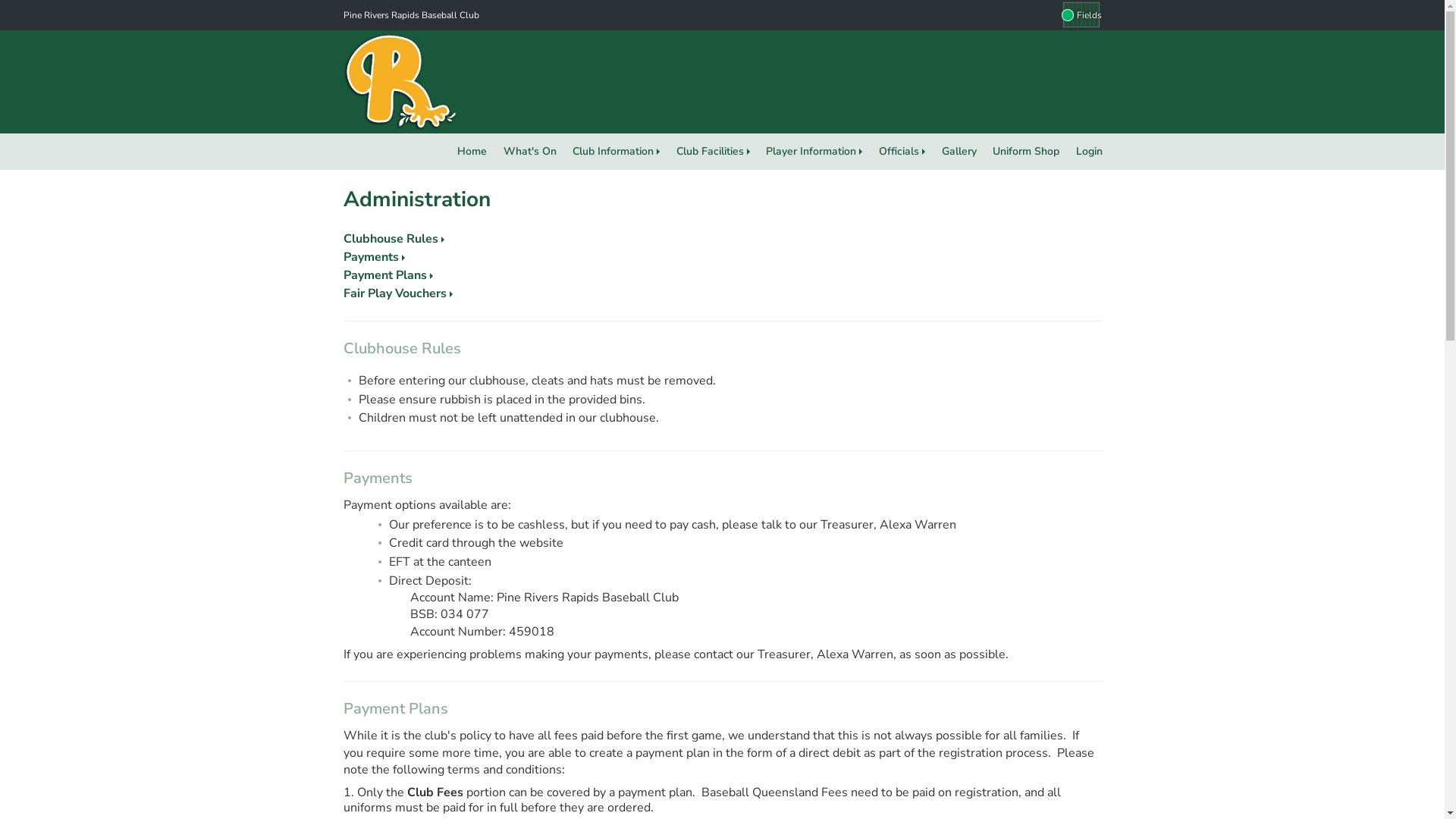  Describe the element at coordinates (397, 293) in the screenshot. I see `'Fair Play Vouchers'` at that location.